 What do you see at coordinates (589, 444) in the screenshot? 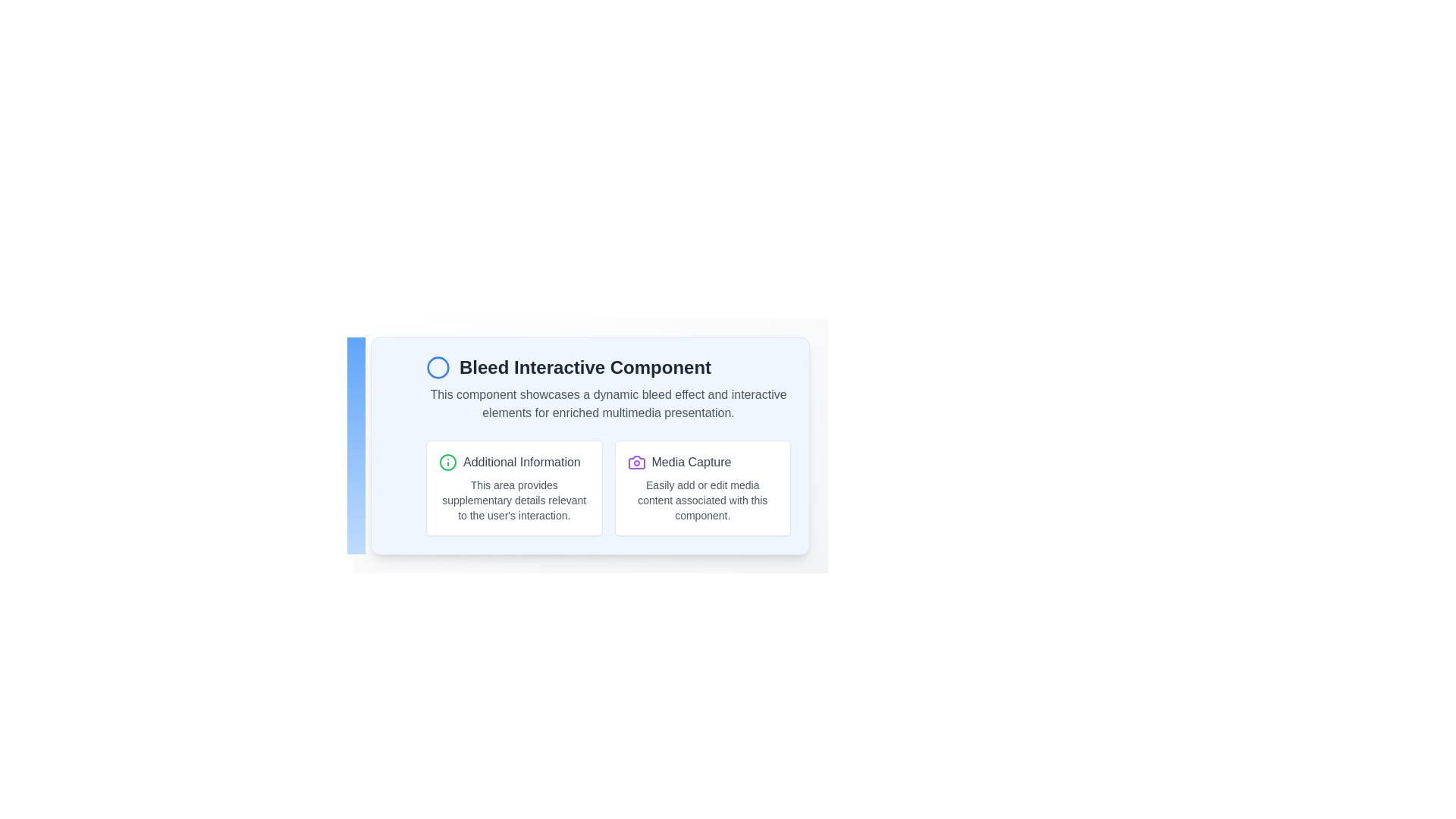
I see `the individual nested sections of the Informational panel titled 'Bleed Interactive Component', which includes 'Additional Information' and 'Media Capture' sections` at bounding box center [589, 444].